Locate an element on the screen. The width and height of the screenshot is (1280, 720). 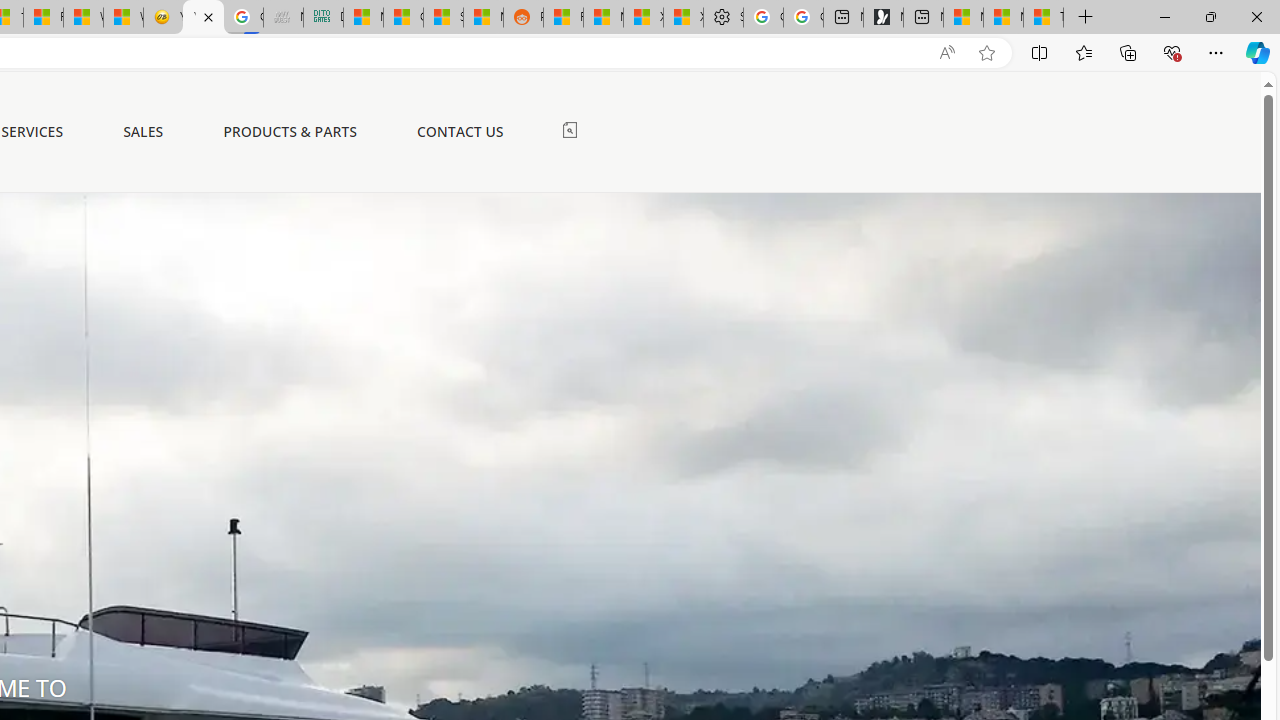
'CONTACT US' is located at coordinates (459, 132).